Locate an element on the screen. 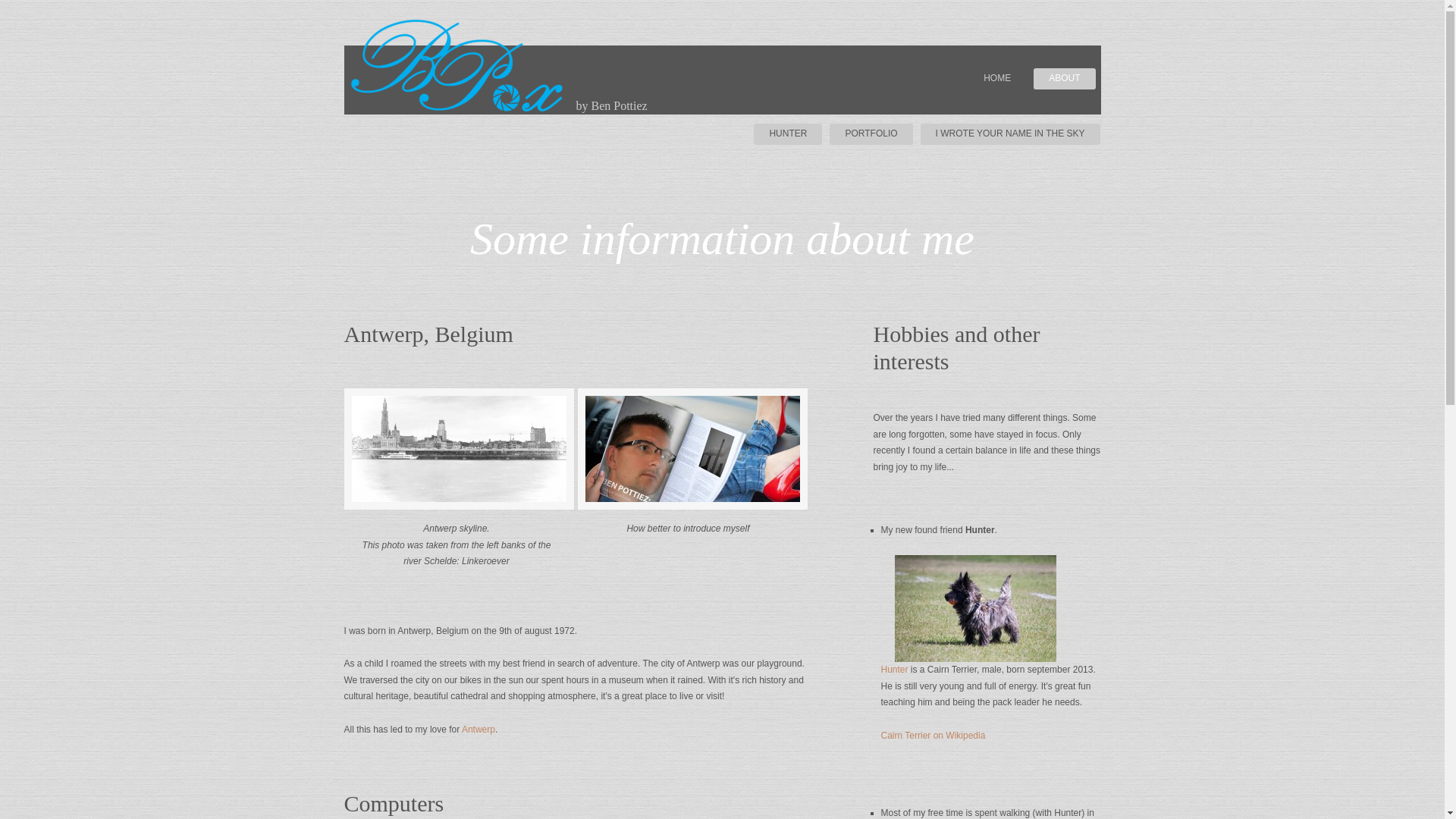 The image size is (1456, 819). 'Antwerp' is located at coordinates (477, 728).